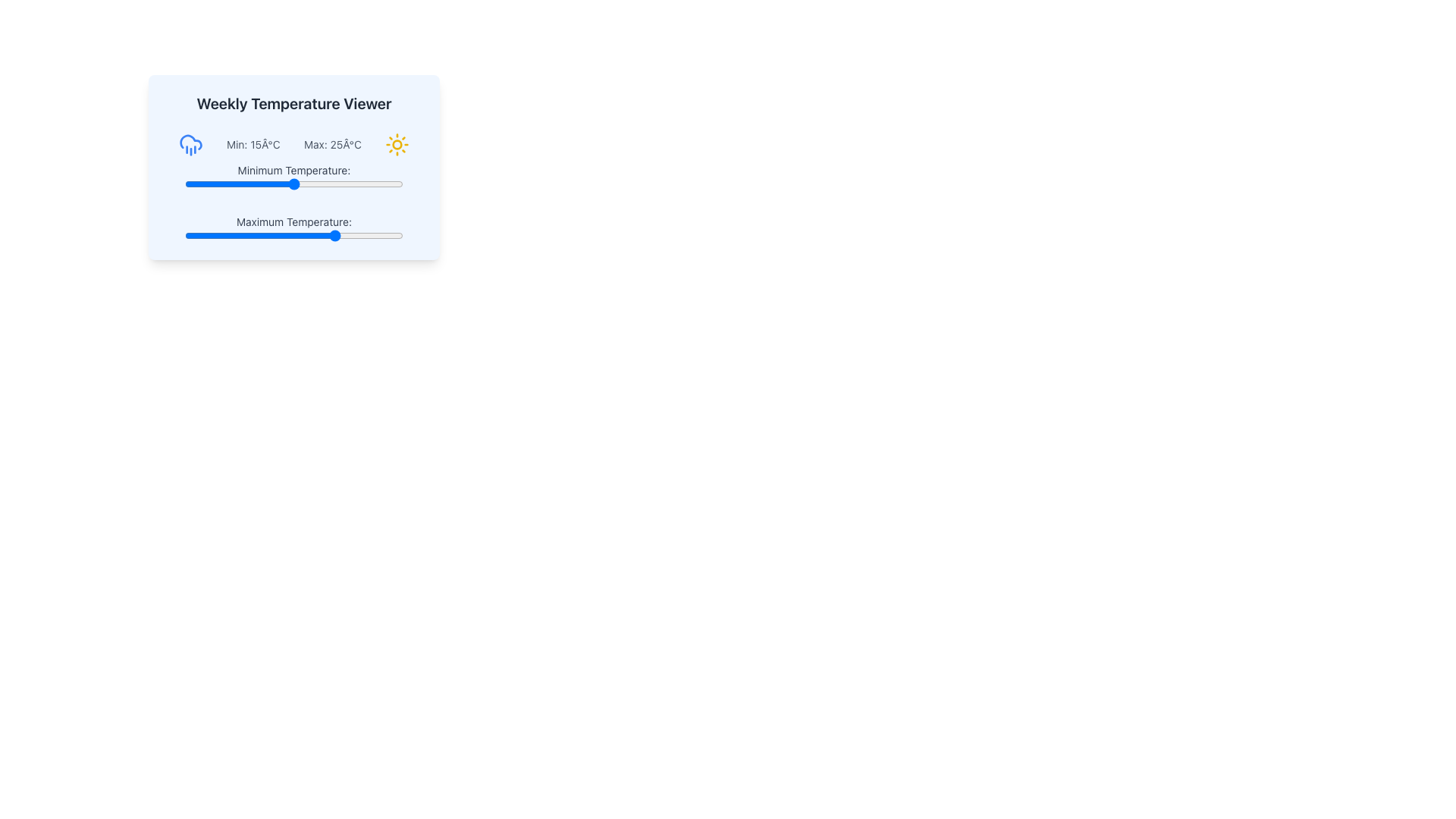 The width and height of the screenshot is (1456, 819). What do you see at coordinates (188, 236) in the screenshot?
I see `the maximum temperature` at bounding box center [188, 236].